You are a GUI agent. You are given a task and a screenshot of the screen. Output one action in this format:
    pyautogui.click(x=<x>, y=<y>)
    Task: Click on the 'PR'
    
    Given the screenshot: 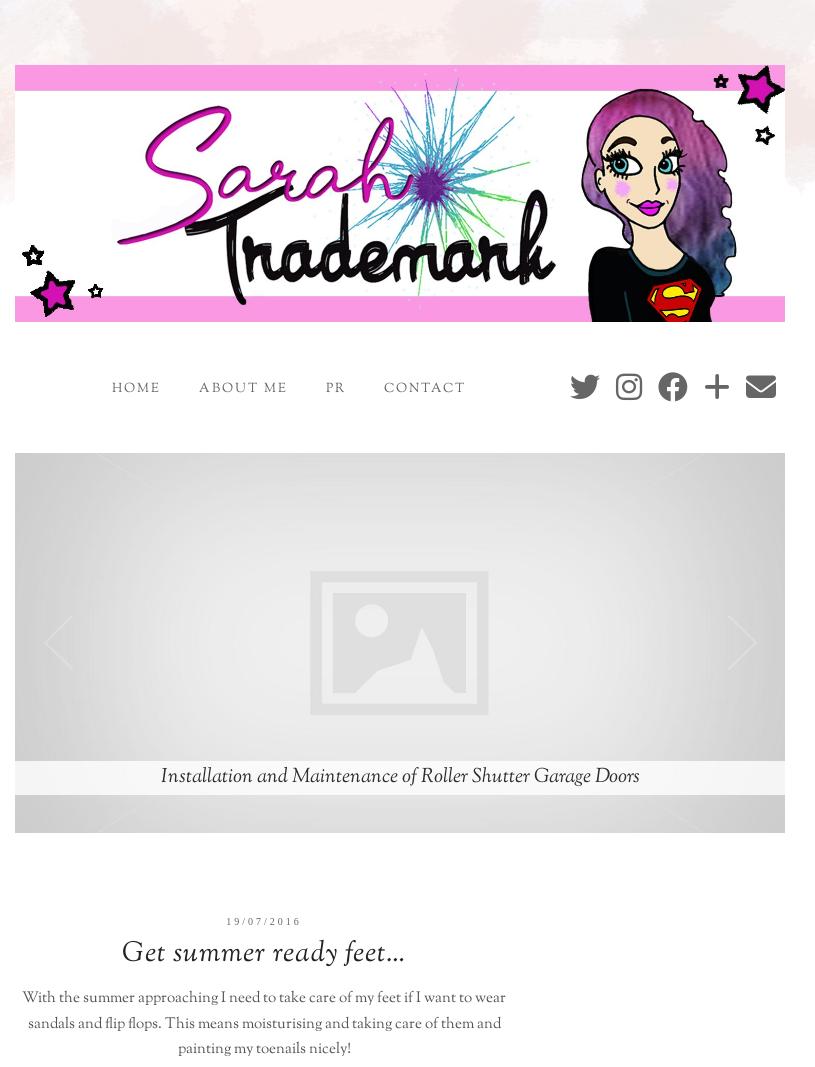 What is the action you would take?
    pyautogui.click(x=335, y=386)
    